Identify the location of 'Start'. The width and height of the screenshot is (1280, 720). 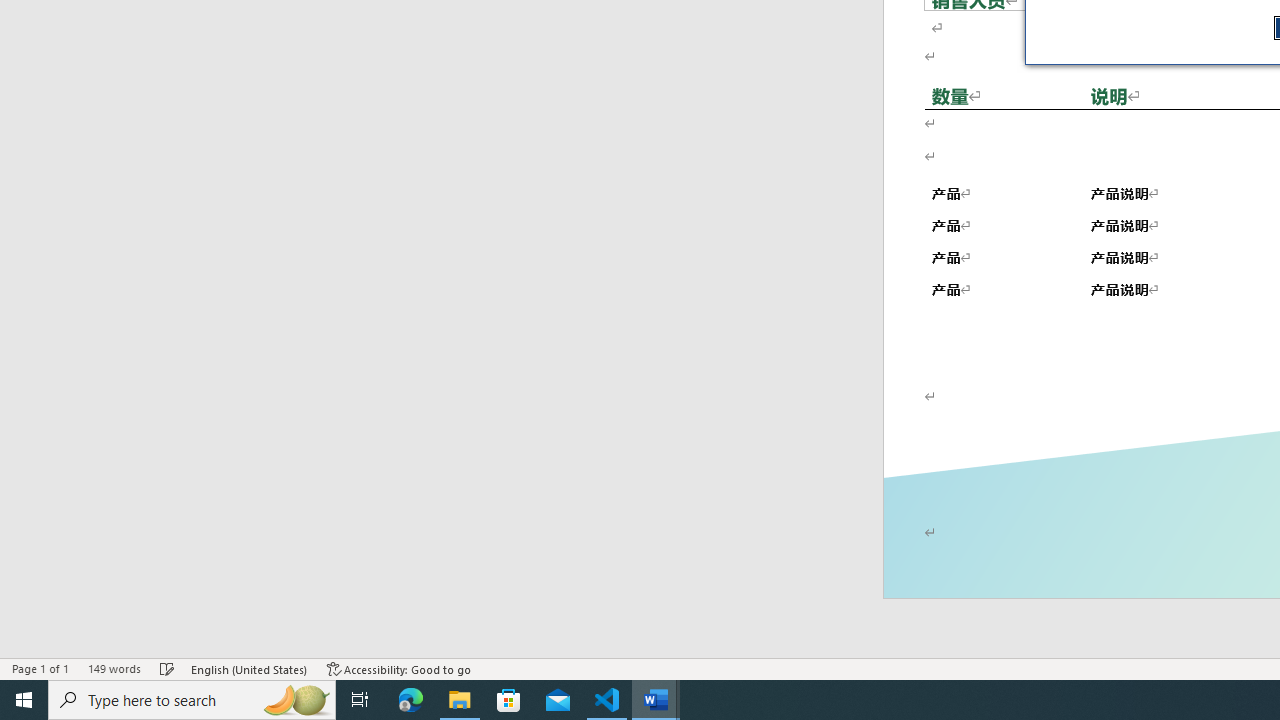
(24, 698).